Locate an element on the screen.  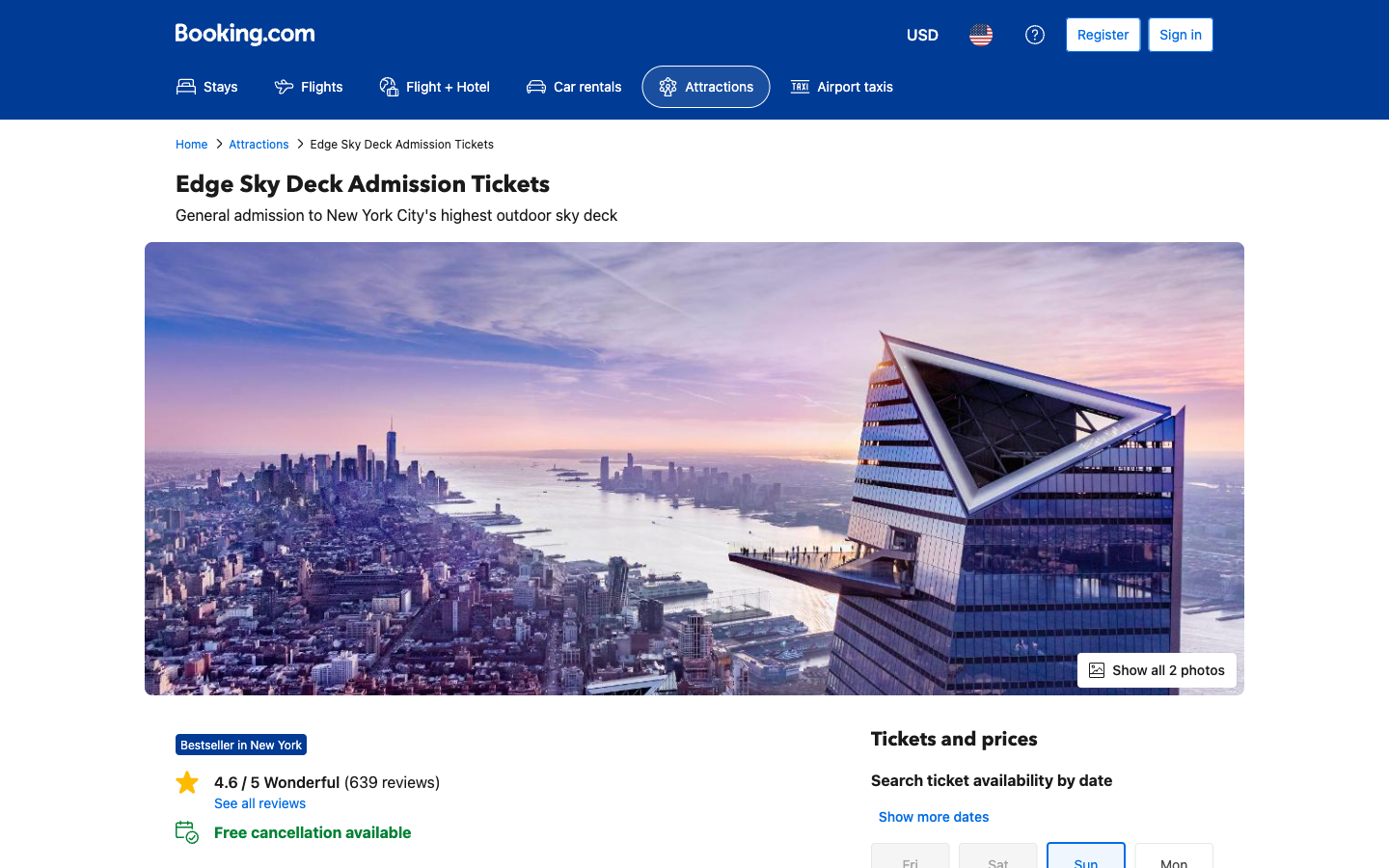
Transition to airplane ticket portal is located at coordinates (308, 86).